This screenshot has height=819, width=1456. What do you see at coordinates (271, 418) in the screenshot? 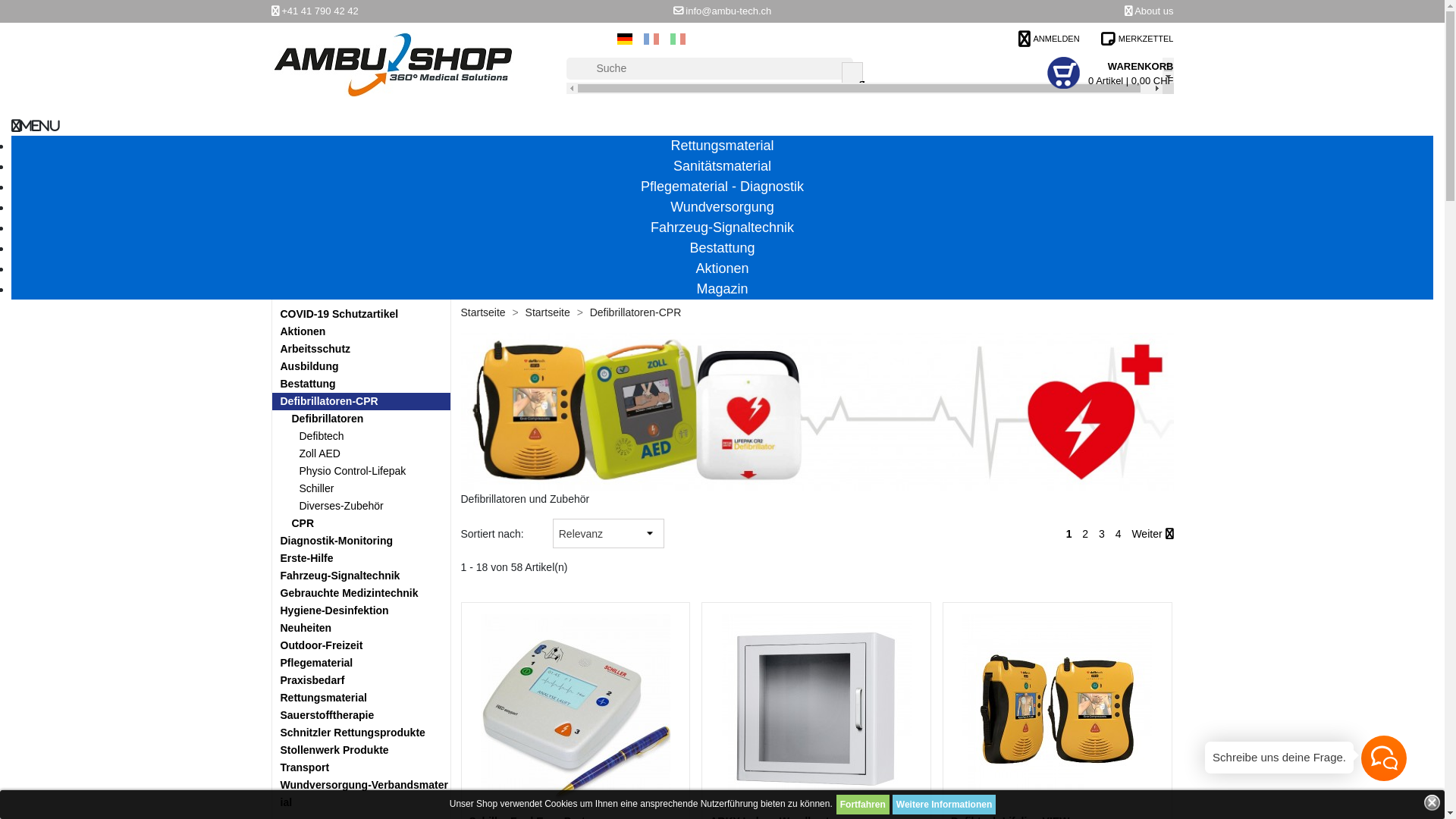
I see `'Defibrillatoren'` at bounding box center [271, 418].